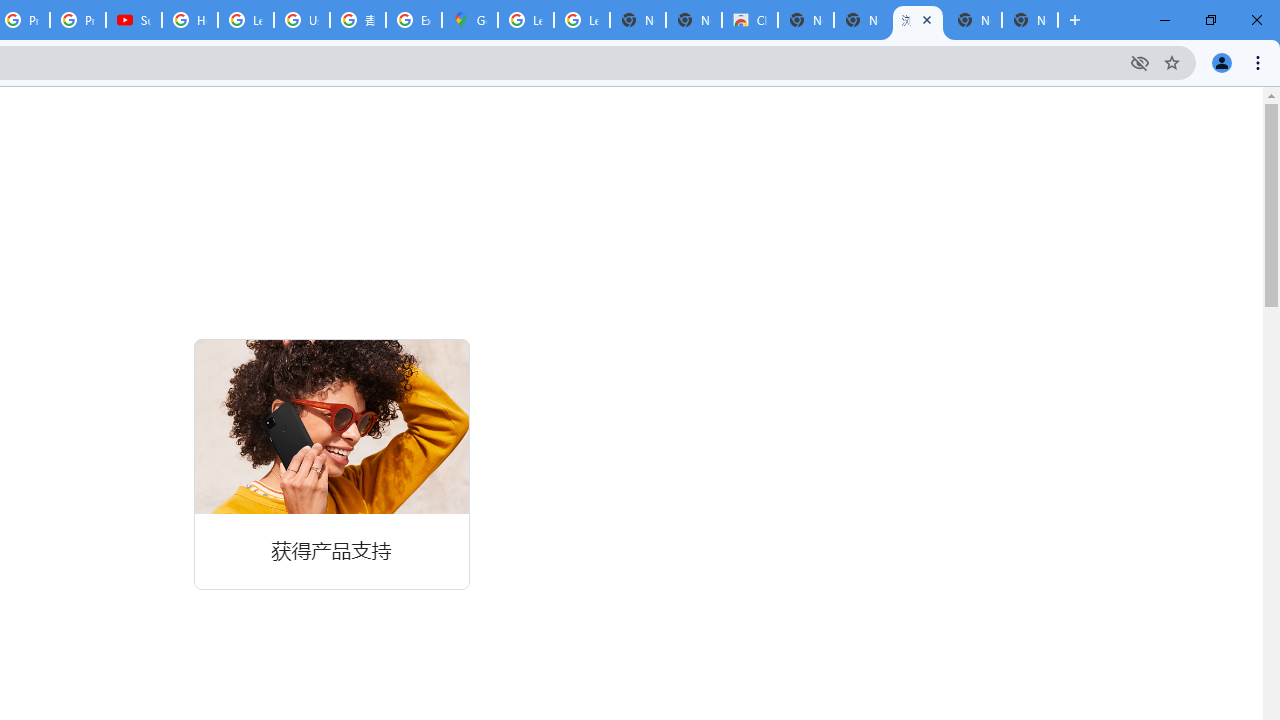  I want to click on 'Explore new street-level details - Google Maps Help', so click(413, 20).